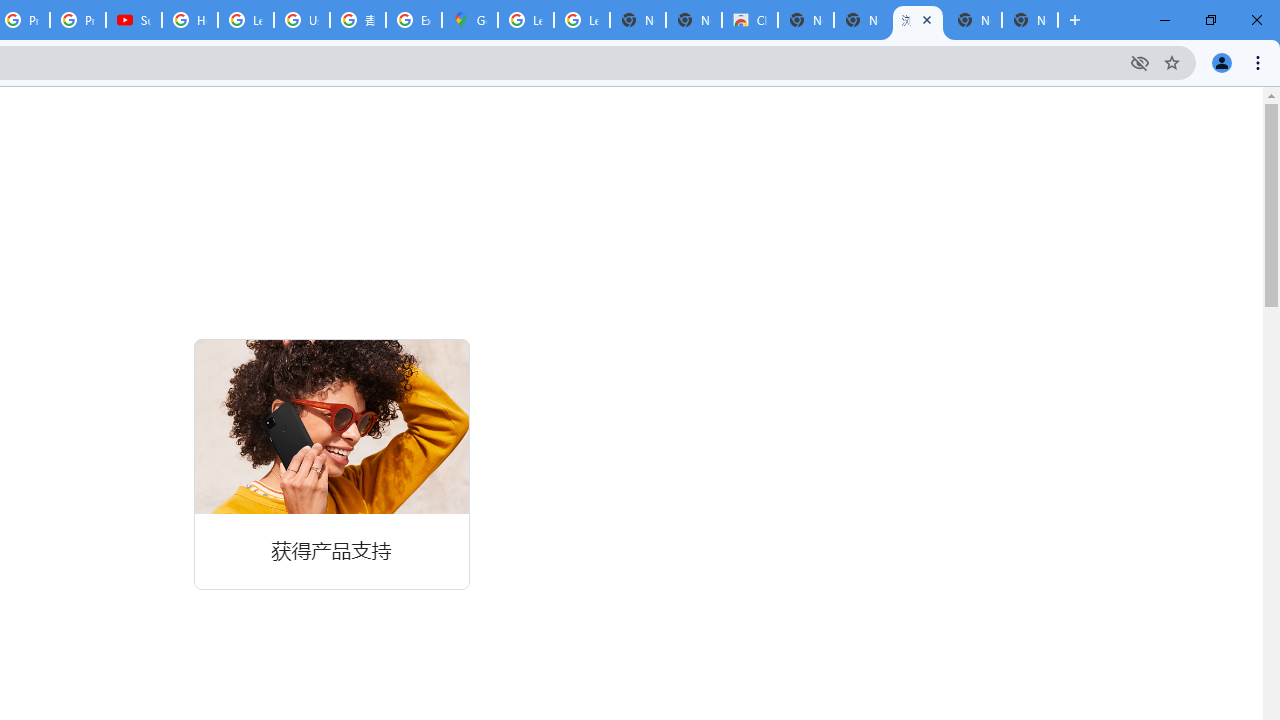  I want to click on 'Explore new street-level details - Google Maps Help', so click(413, 20).